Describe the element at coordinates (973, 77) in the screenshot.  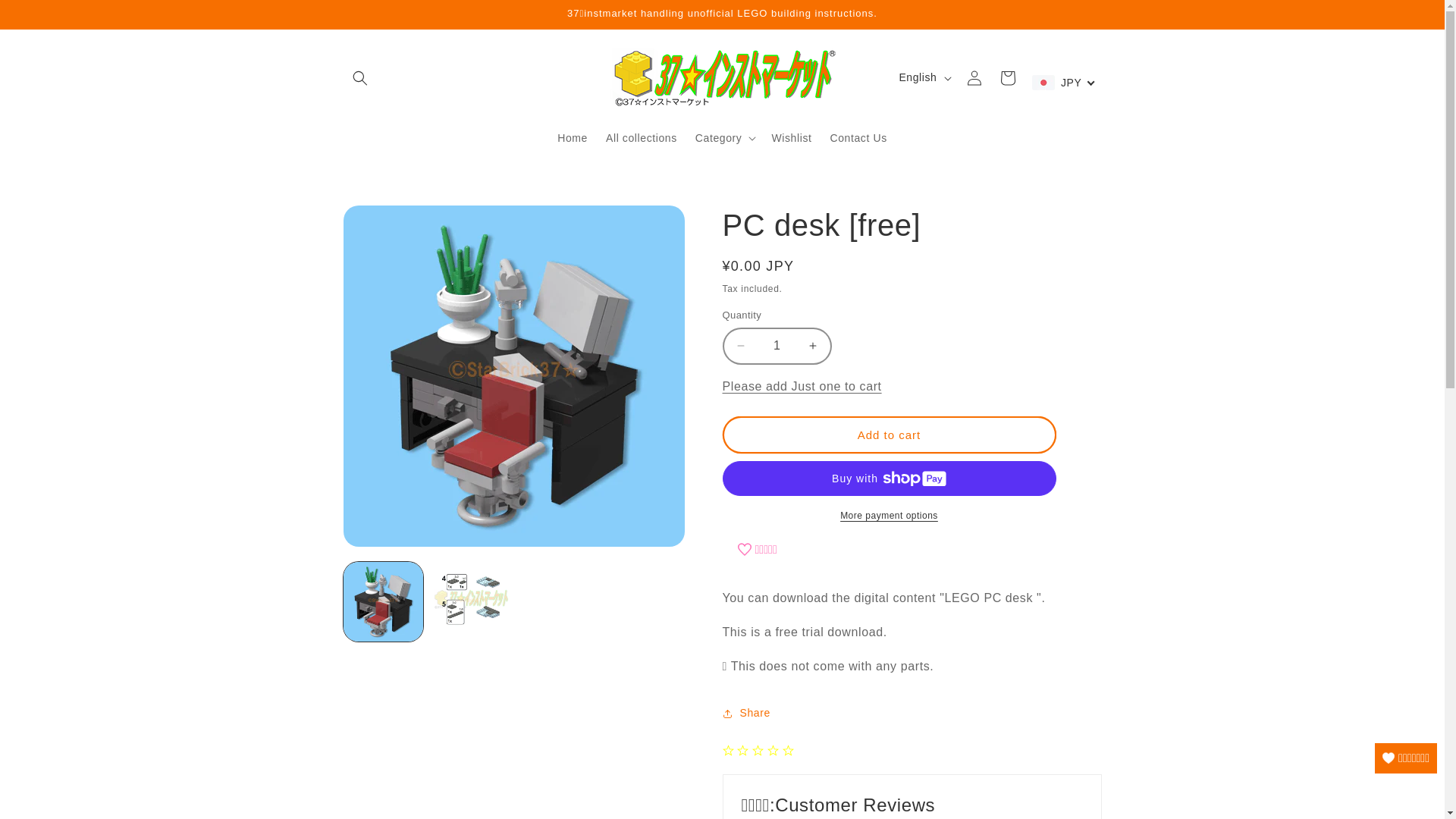
I see `'Log in'` at that location.